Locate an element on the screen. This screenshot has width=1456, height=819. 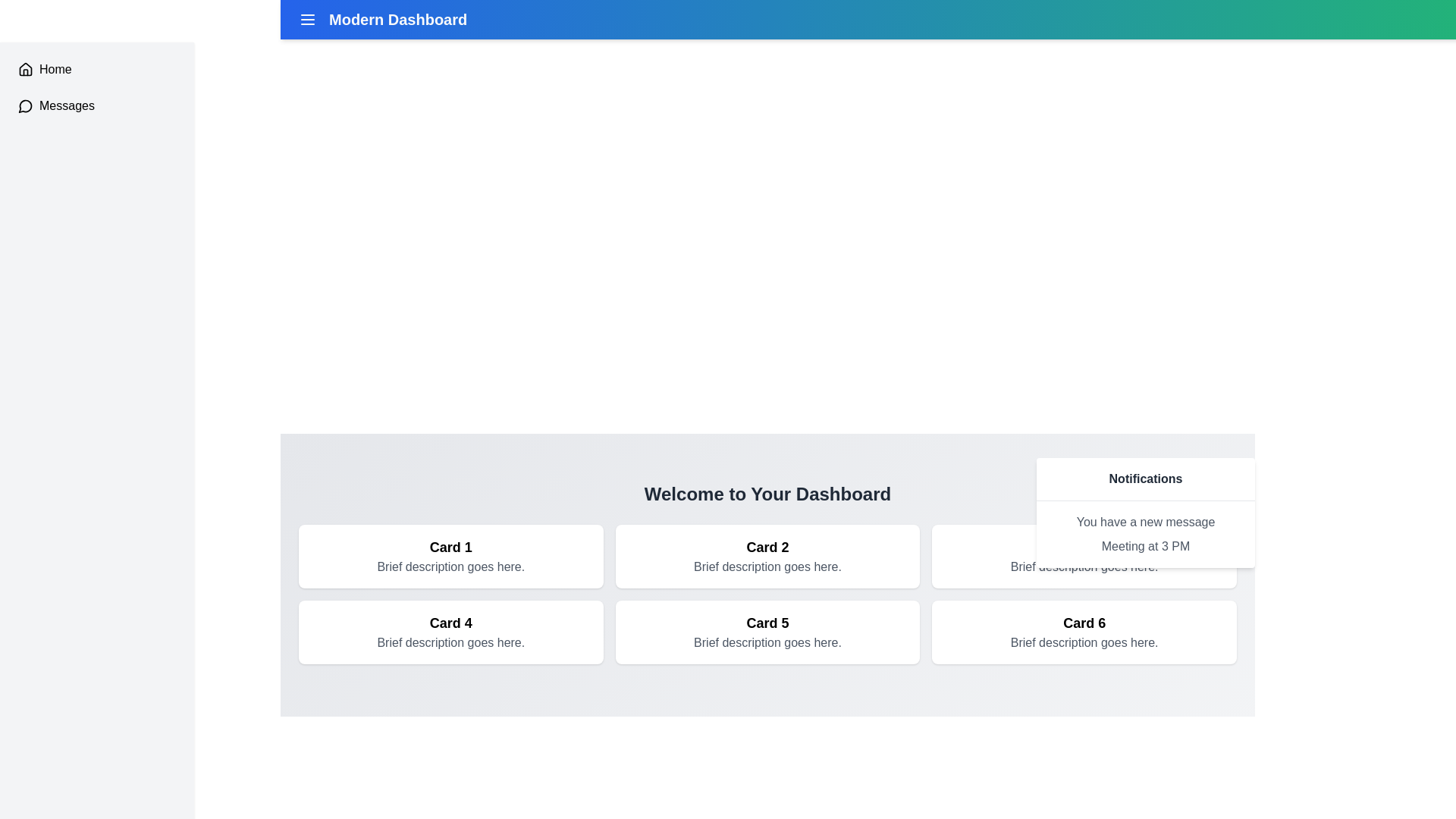
bold text label 'Card 1' located at the top section of the first card in the dashboard layout is located at coordinates (450, 547).